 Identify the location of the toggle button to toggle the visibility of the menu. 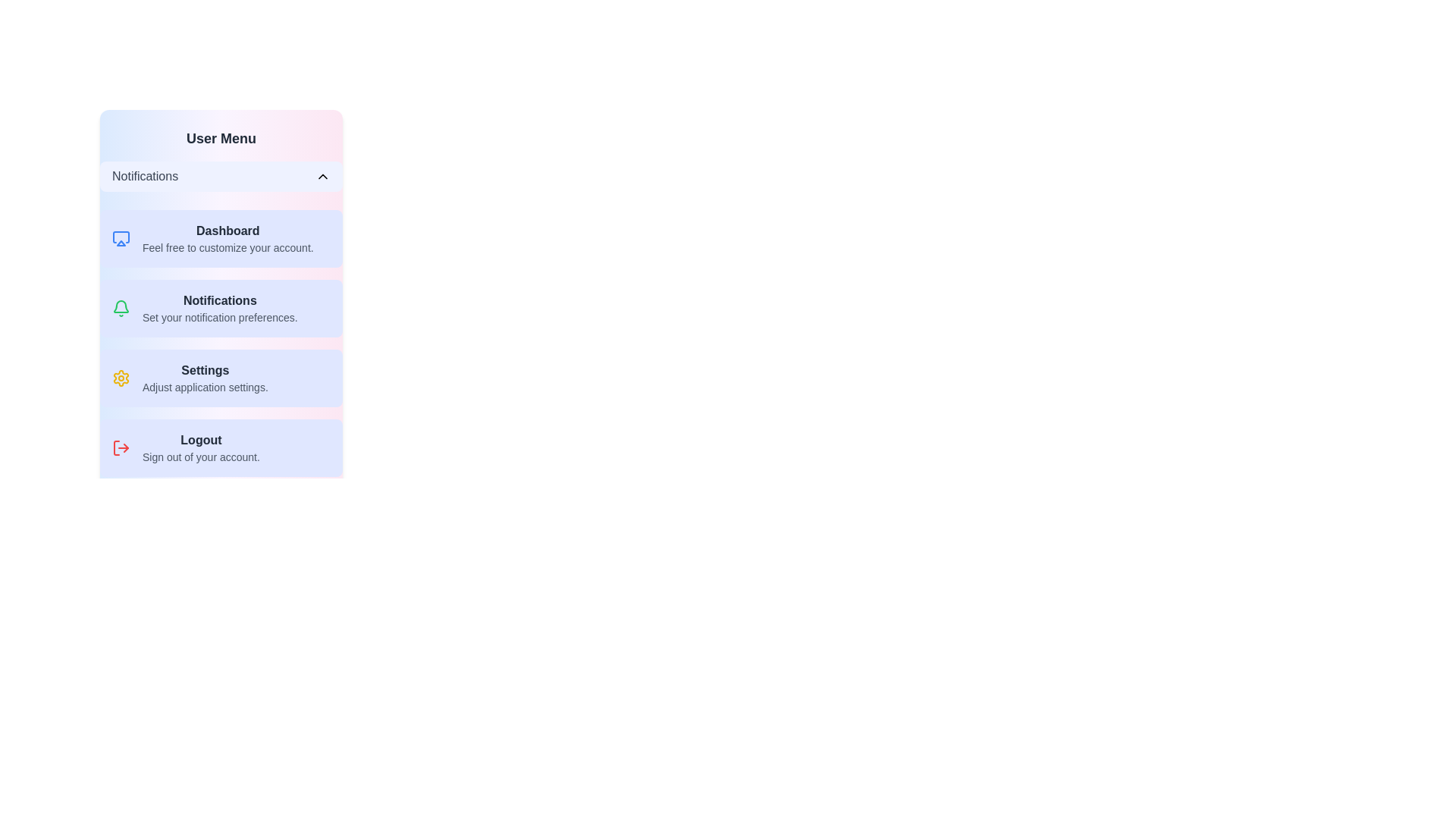
(221, 175).